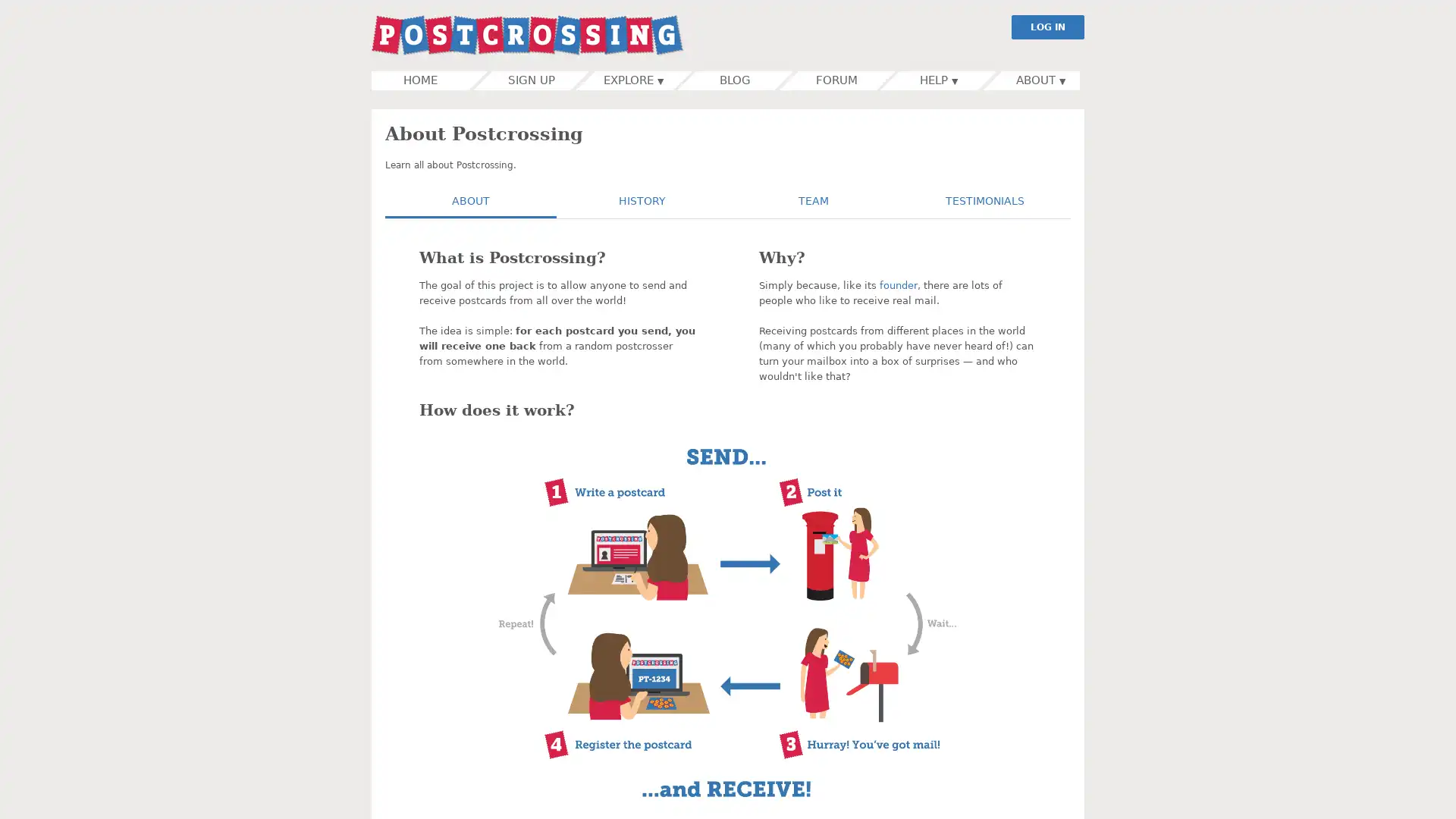 The width and height of the screenshot is (1456, 819). What do you see at coordinates (1047, 27) in the screenshot?
I see `LOG IN` at bounding box center [1047, 27].